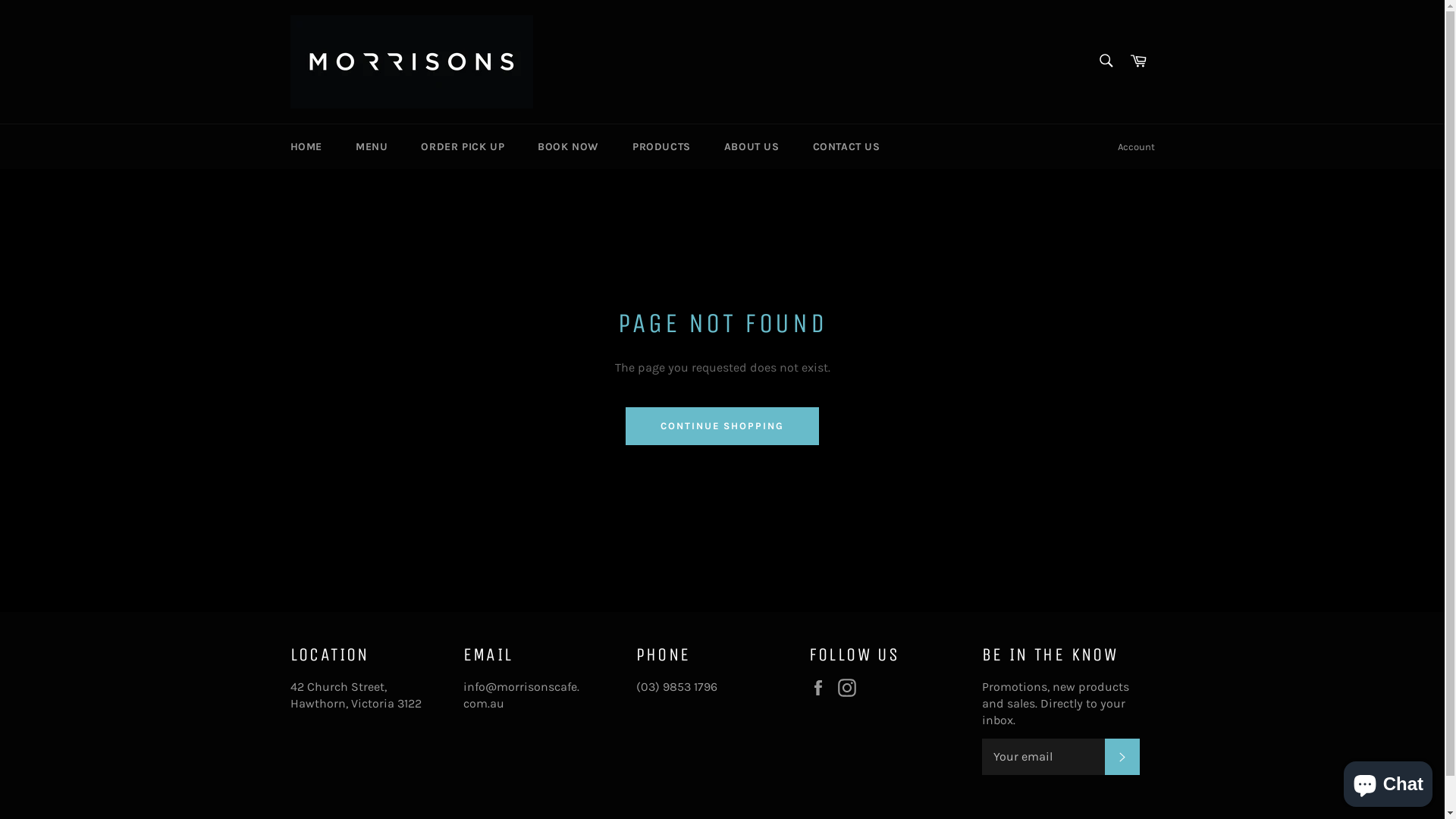  I want to click on 'Facebook', so click(807, 687).